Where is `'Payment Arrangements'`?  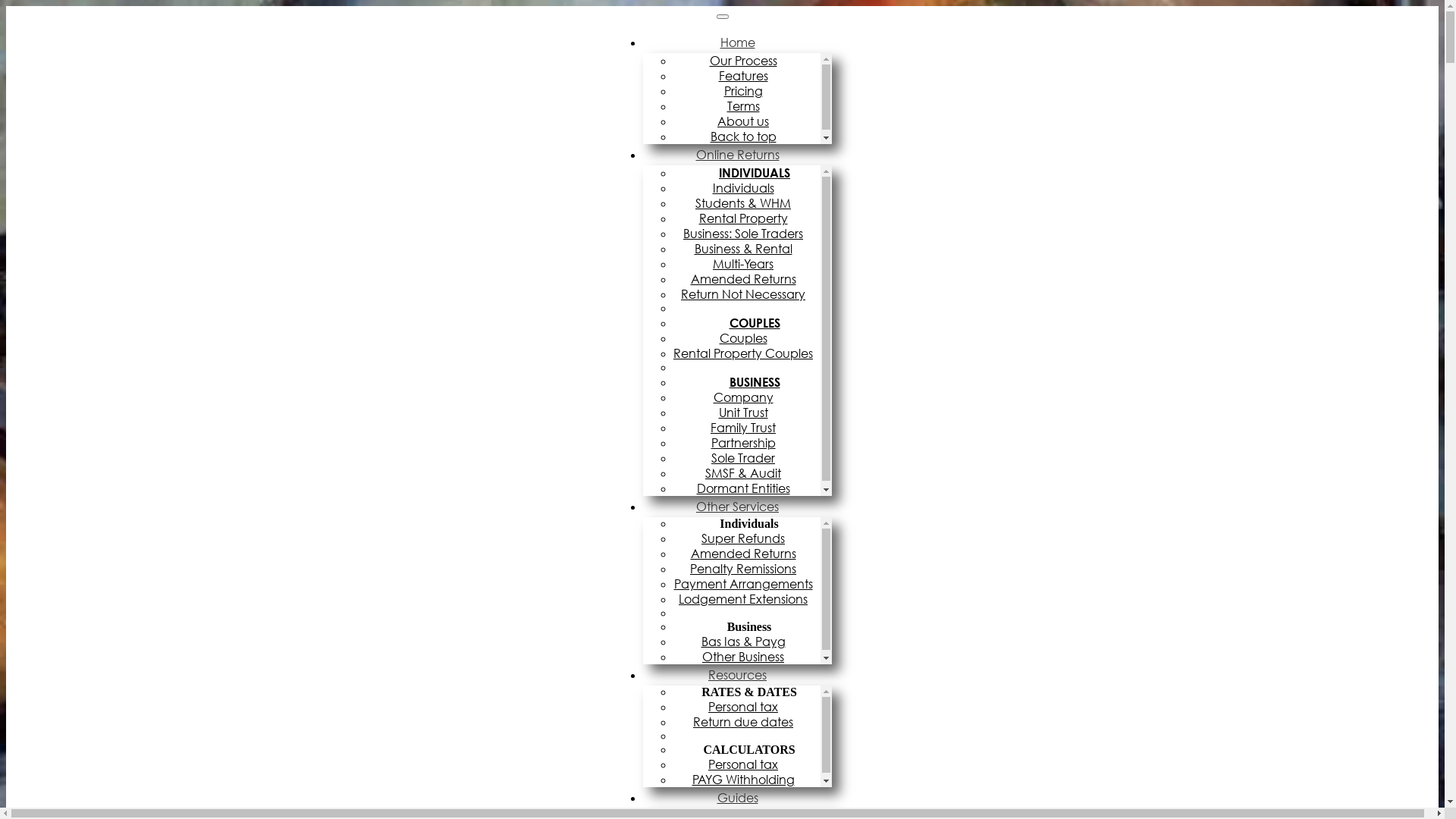
'Payment Arrangements' is located at coordinates (746, 583).